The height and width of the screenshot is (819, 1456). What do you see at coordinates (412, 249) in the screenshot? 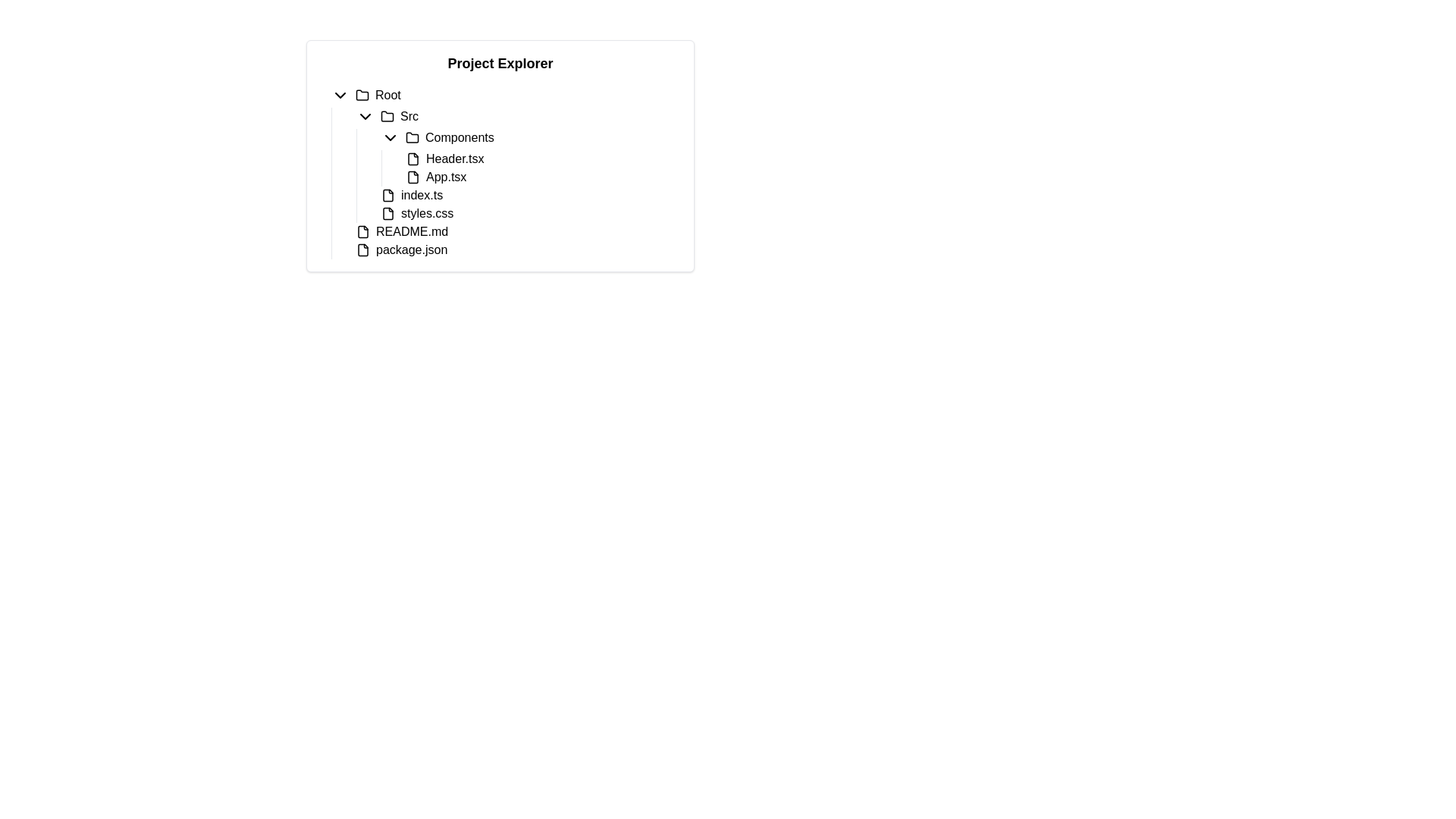
I see `the 'package.json' text label` at bounding box center [412, 249].